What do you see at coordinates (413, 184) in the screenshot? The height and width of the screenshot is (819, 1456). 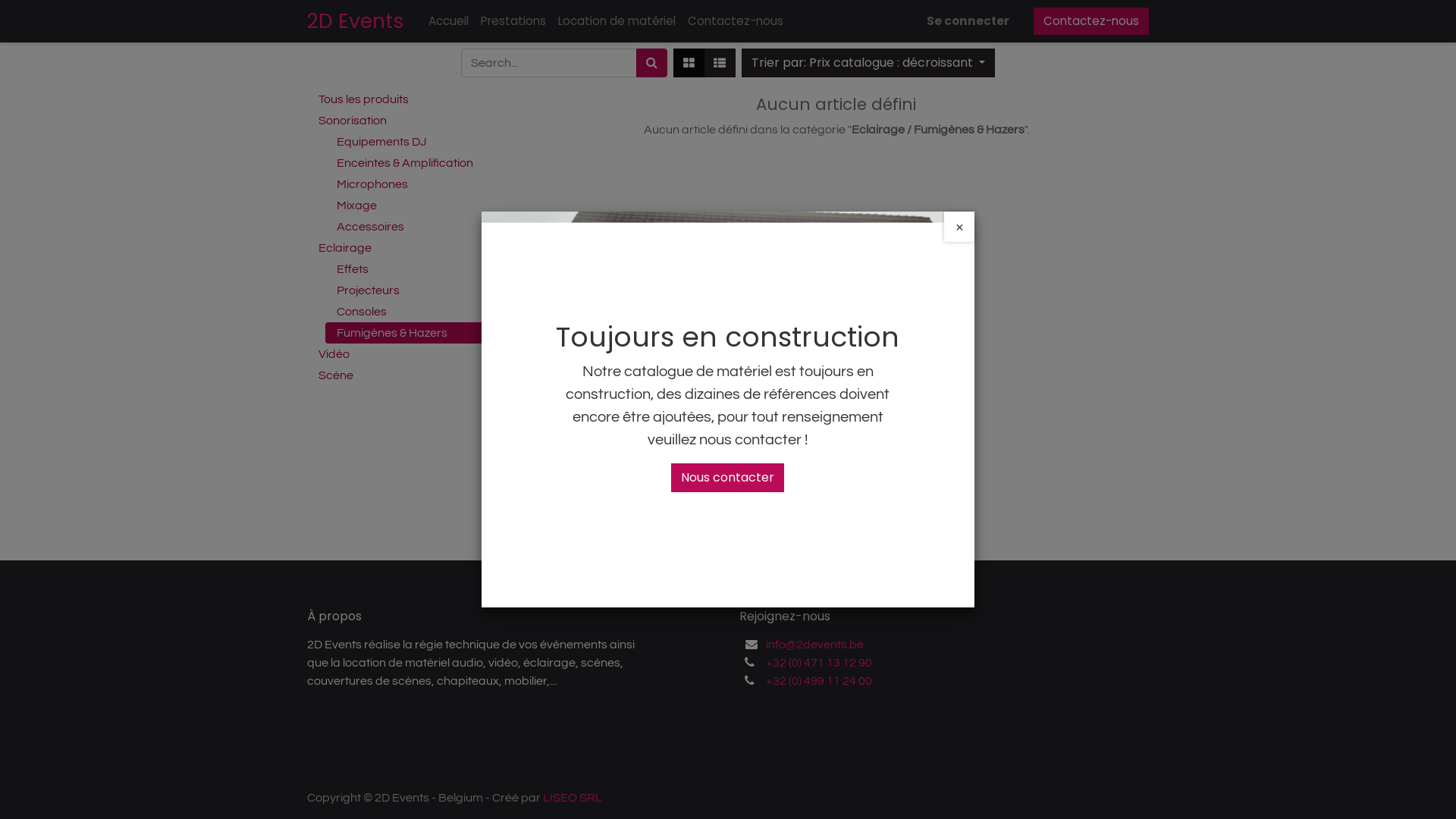 I see `'Microphones'` at bounding box center [413, 184].